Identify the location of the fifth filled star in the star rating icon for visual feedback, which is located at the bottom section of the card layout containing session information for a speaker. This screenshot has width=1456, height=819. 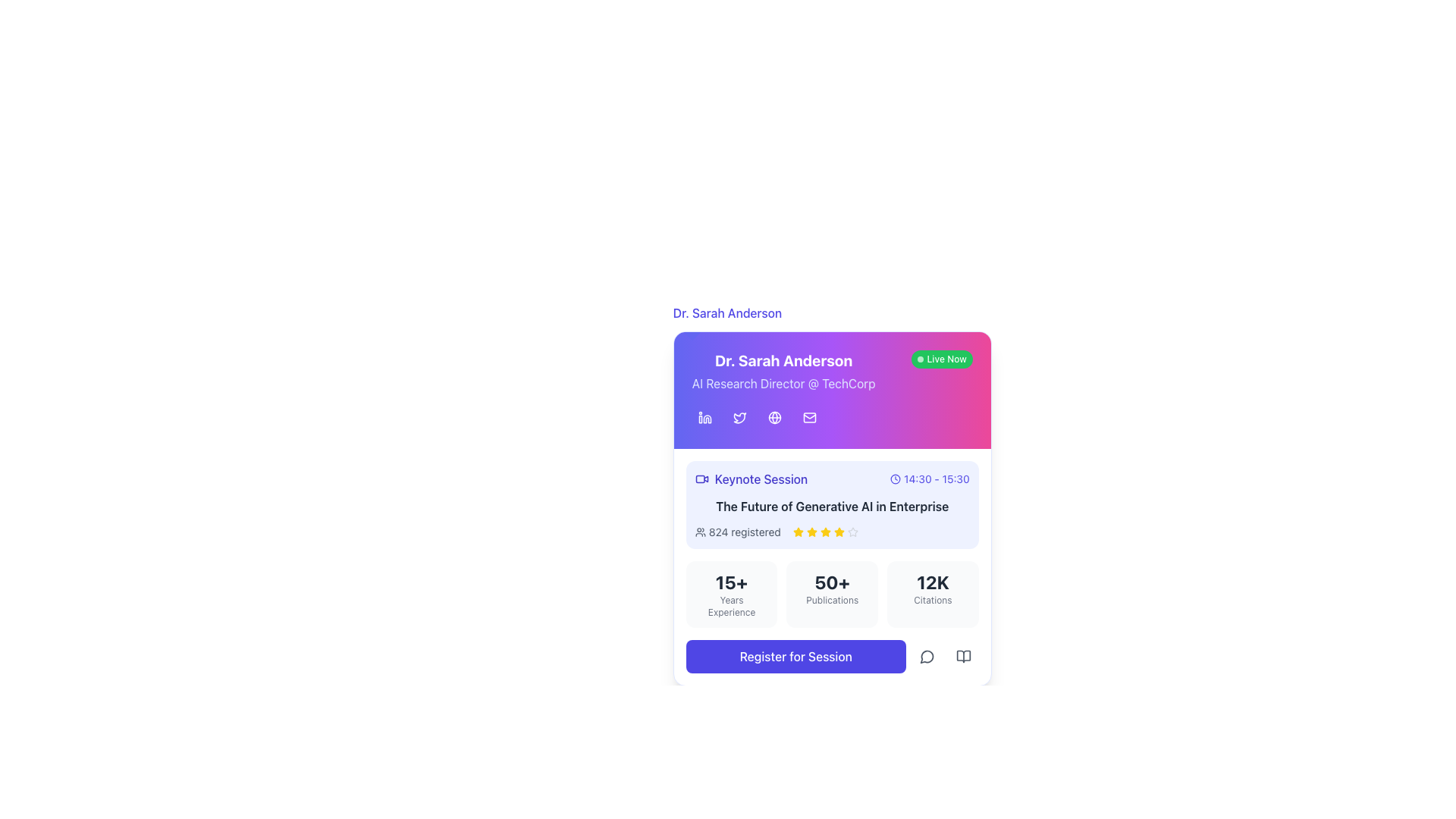
(838, 532).